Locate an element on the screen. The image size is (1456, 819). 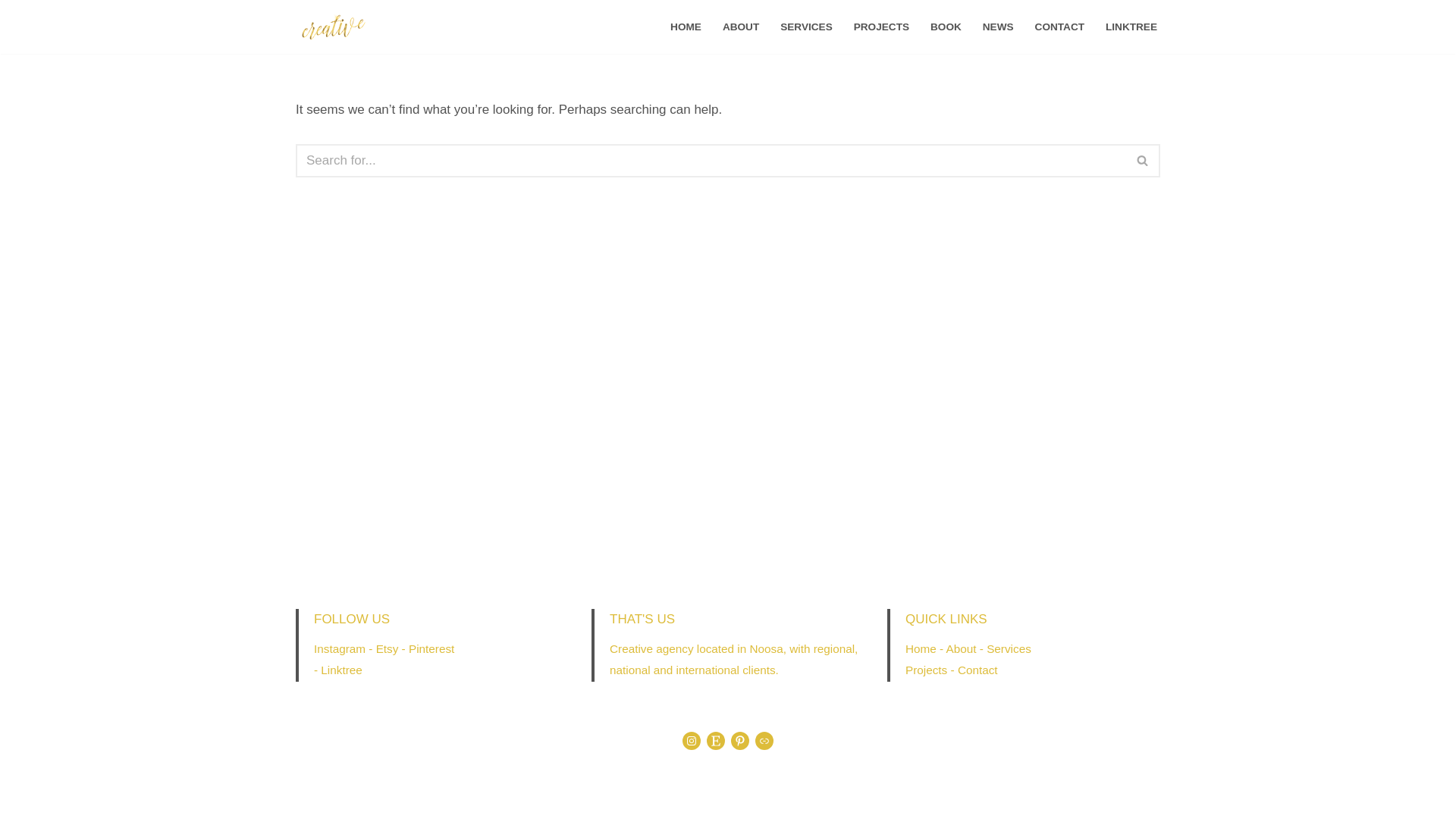
'PROJECTS' is located at coordinates (881, 27).